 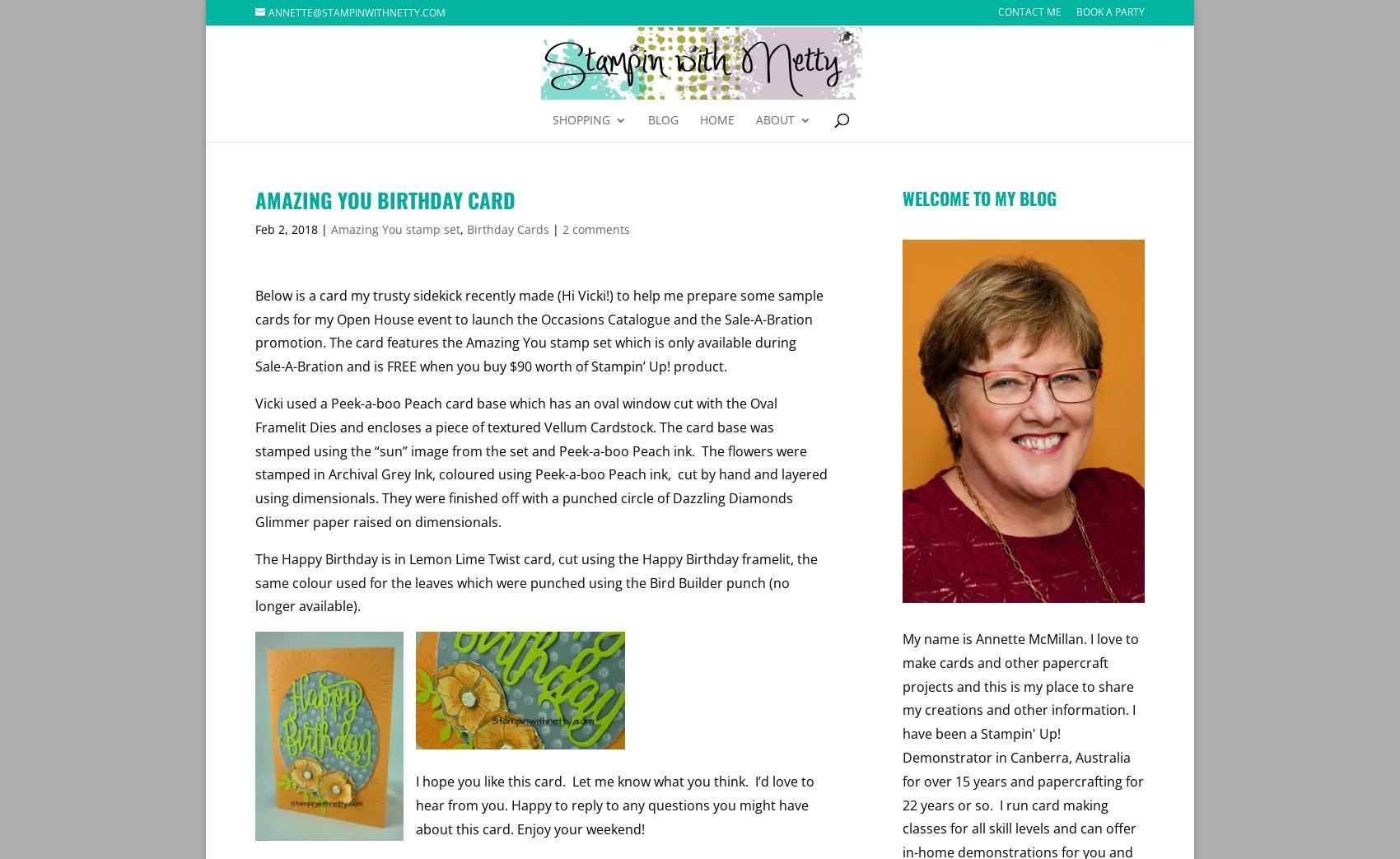 I want to click on 'Below is a card my trusty sidekick recently made (Hi Vicki!) to help me prepare some sample cards for my Open House event to launch the Occasions Catalogue and the Sale-A-Bration promotion. The card features the Amazing You stamp set which is only available during Sale-A-Bration and is FREE when you buy $90 worth of Stampin’ Up! product.', so click(x=539, y=330).